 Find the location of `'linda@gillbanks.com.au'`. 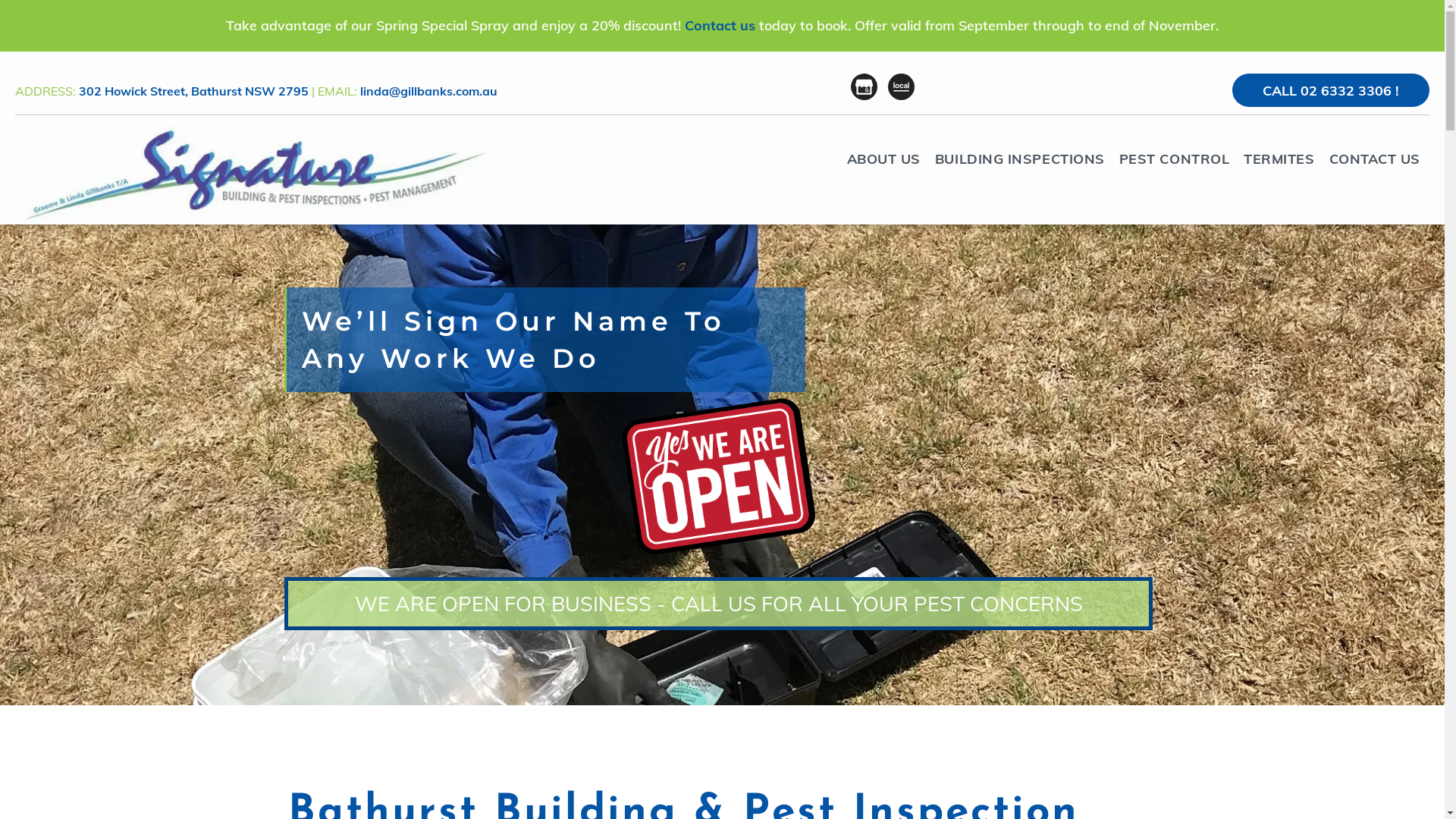

'linda@gillbanks.com.au' is located at coordinates (428, 90).